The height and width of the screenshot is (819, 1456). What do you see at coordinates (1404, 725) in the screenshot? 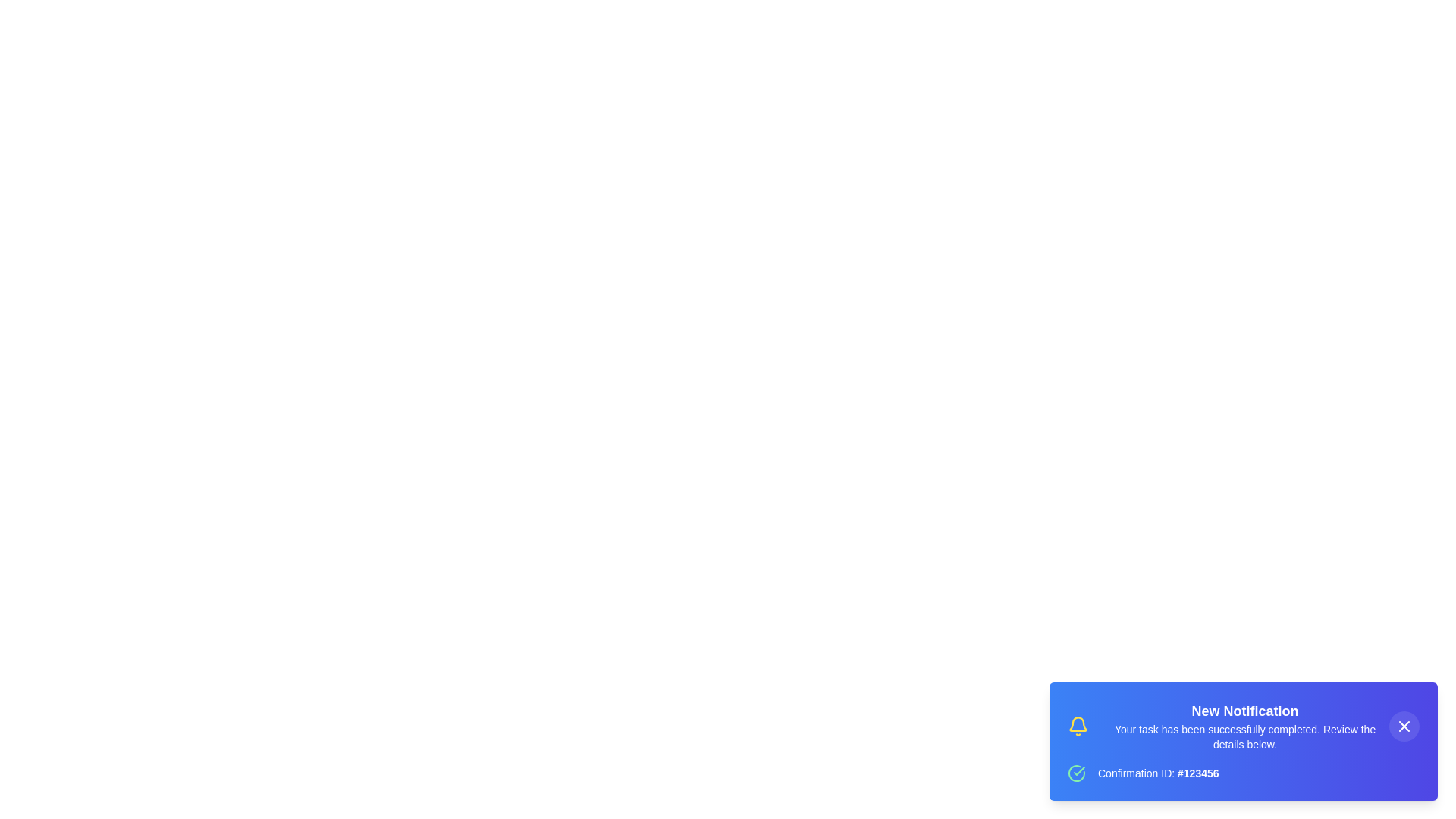
I see `the circular button with a cross ('X') symbol, located in the top-right corner of the notification card` at bounding box center [1404, 725].